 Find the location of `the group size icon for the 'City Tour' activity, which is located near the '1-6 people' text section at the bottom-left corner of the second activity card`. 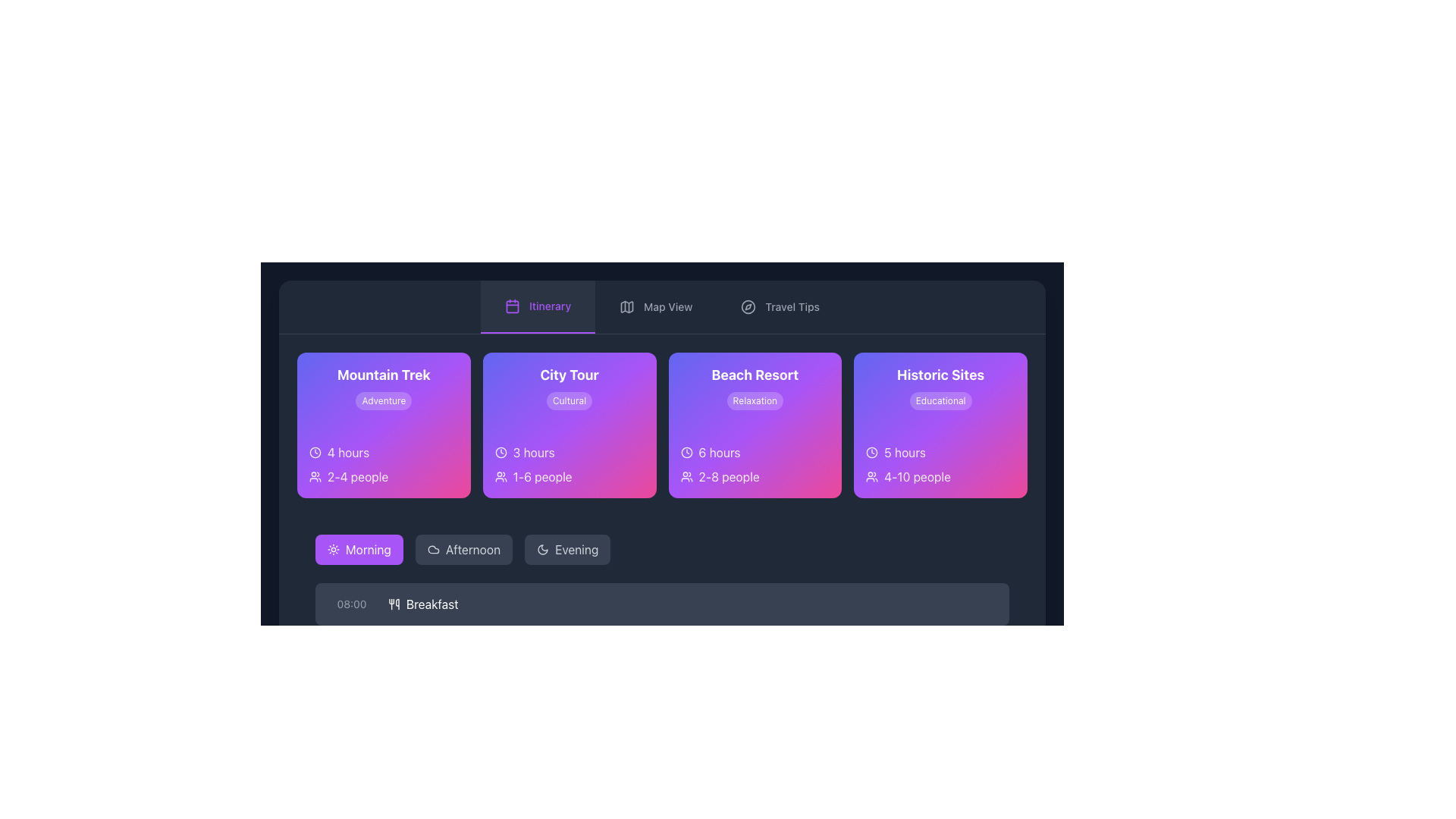

the group size icon for the 'City Tour' activity, which is located near the '1-6 people' text section at the bottom-left corner of the second activity card is located at coordinates (500, 475).